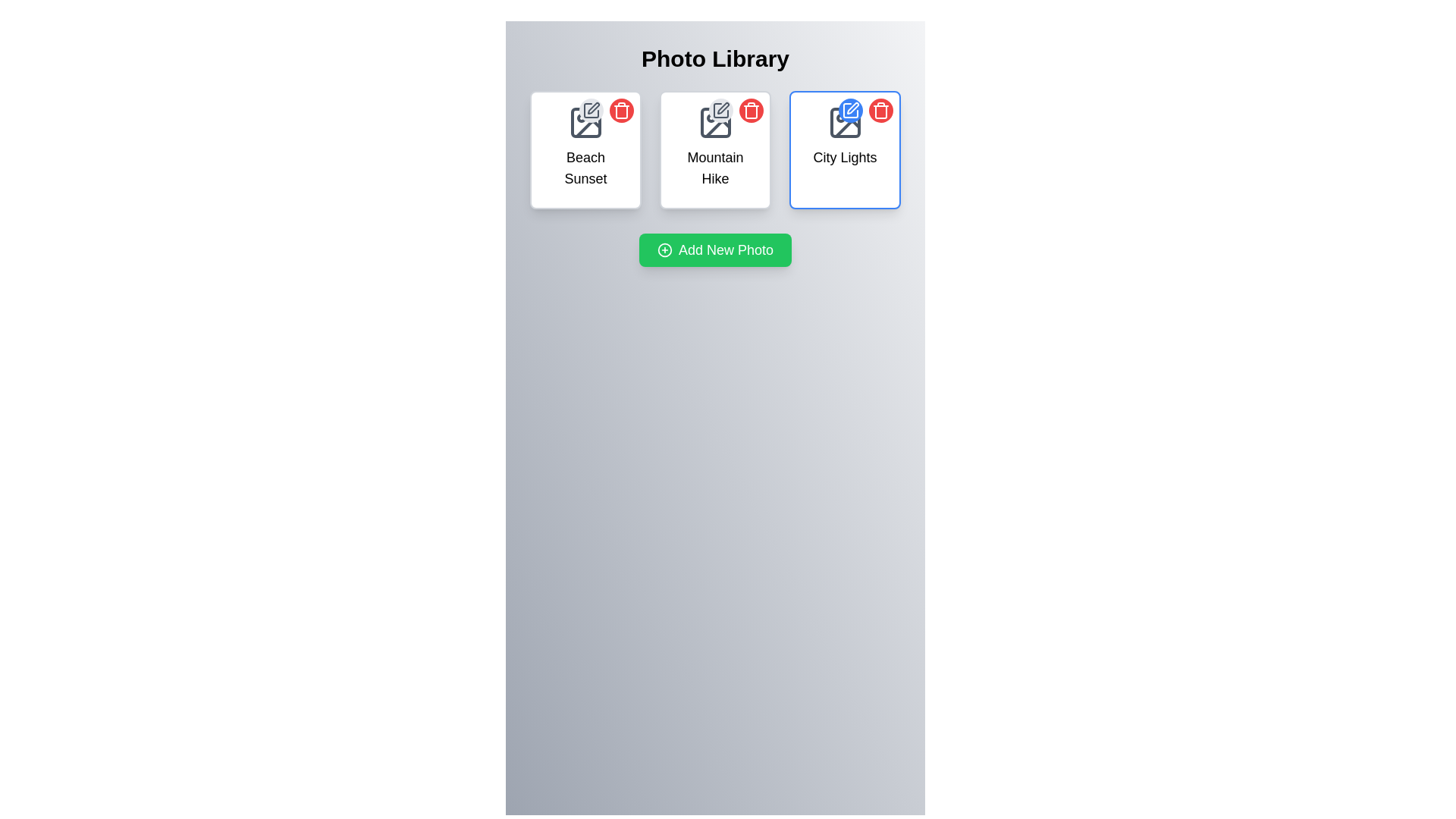 The image size is (1456, 819). I want to click on the edit and delete buttons in the Interactive control group of the 'Beach Sunset' card, so click(607, 110).